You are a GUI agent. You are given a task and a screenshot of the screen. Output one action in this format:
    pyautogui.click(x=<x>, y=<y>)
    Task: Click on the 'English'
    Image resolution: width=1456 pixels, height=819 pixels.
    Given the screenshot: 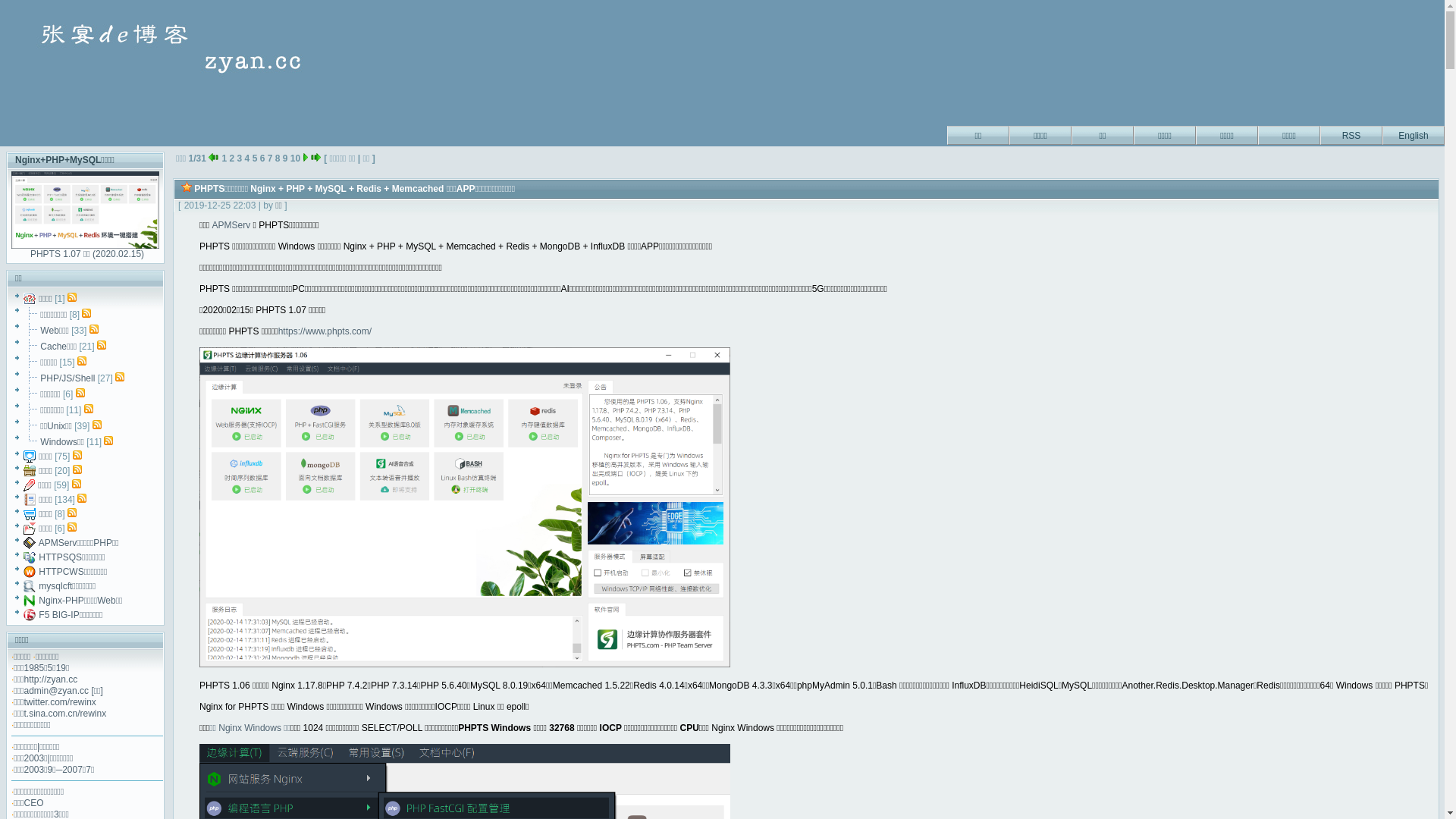 What is the action you would take?
    pyautogui.click(x=1412, y=133)
    